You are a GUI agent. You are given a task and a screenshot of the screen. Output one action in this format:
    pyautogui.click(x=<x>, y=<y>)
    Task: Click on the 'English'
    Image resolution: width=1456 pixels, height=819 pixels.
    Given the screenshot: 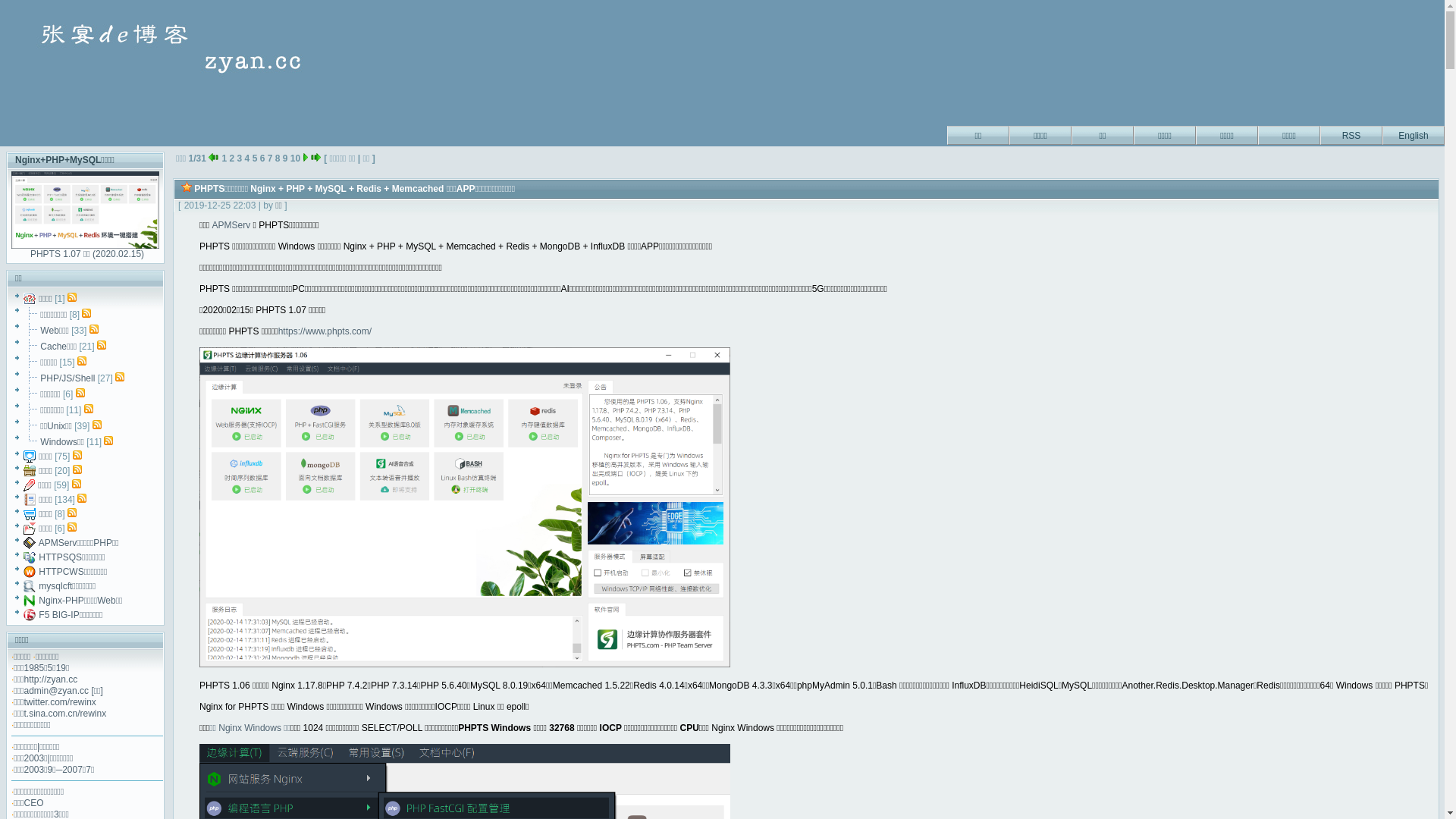 What is the action you would take?
    pyautogui.click(x=1412, y=133)
    